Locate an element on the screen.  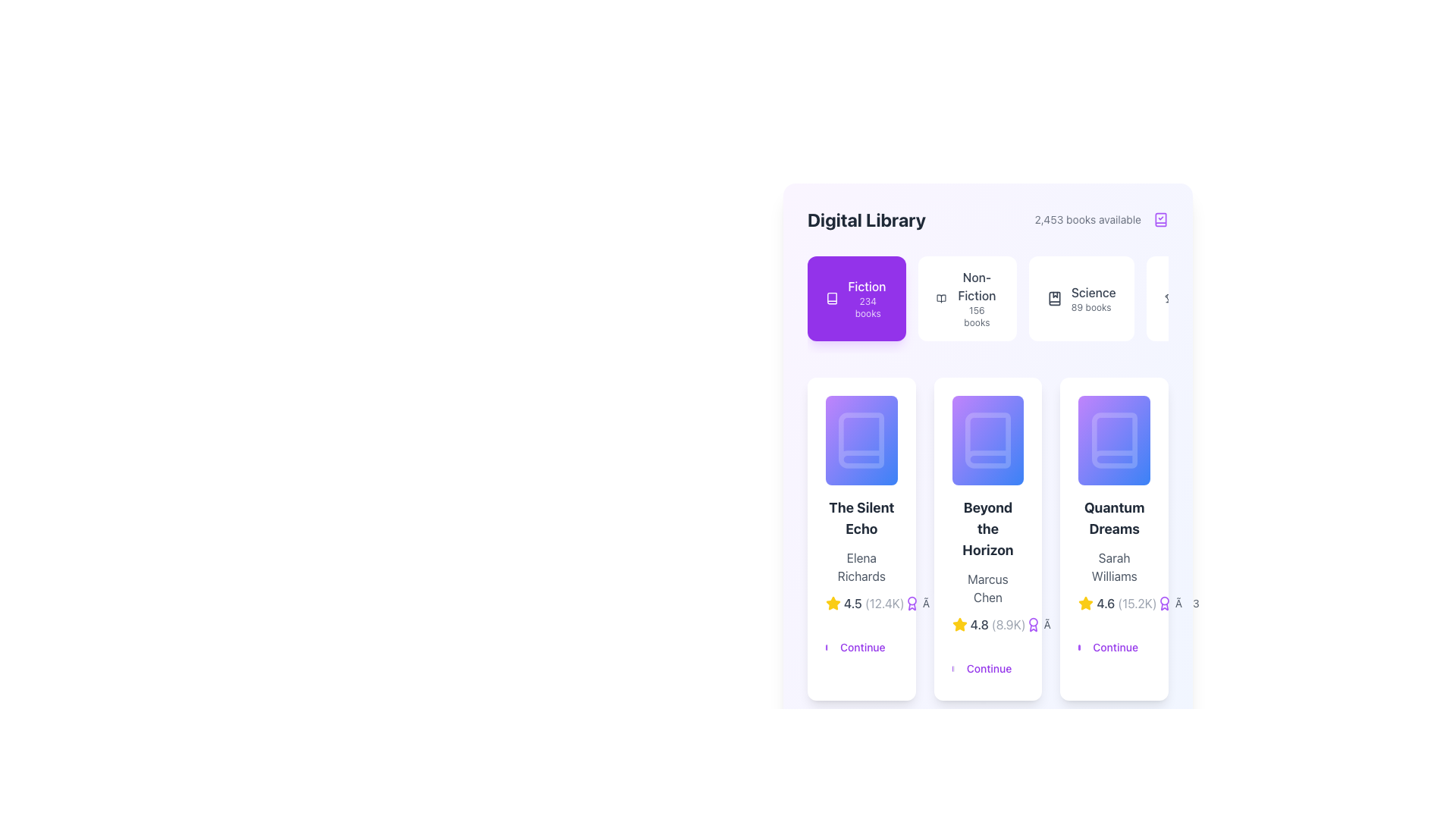
on the text element labeled 'Digital Library' located in the header section of the library interface is located at coordinates (866, 219).